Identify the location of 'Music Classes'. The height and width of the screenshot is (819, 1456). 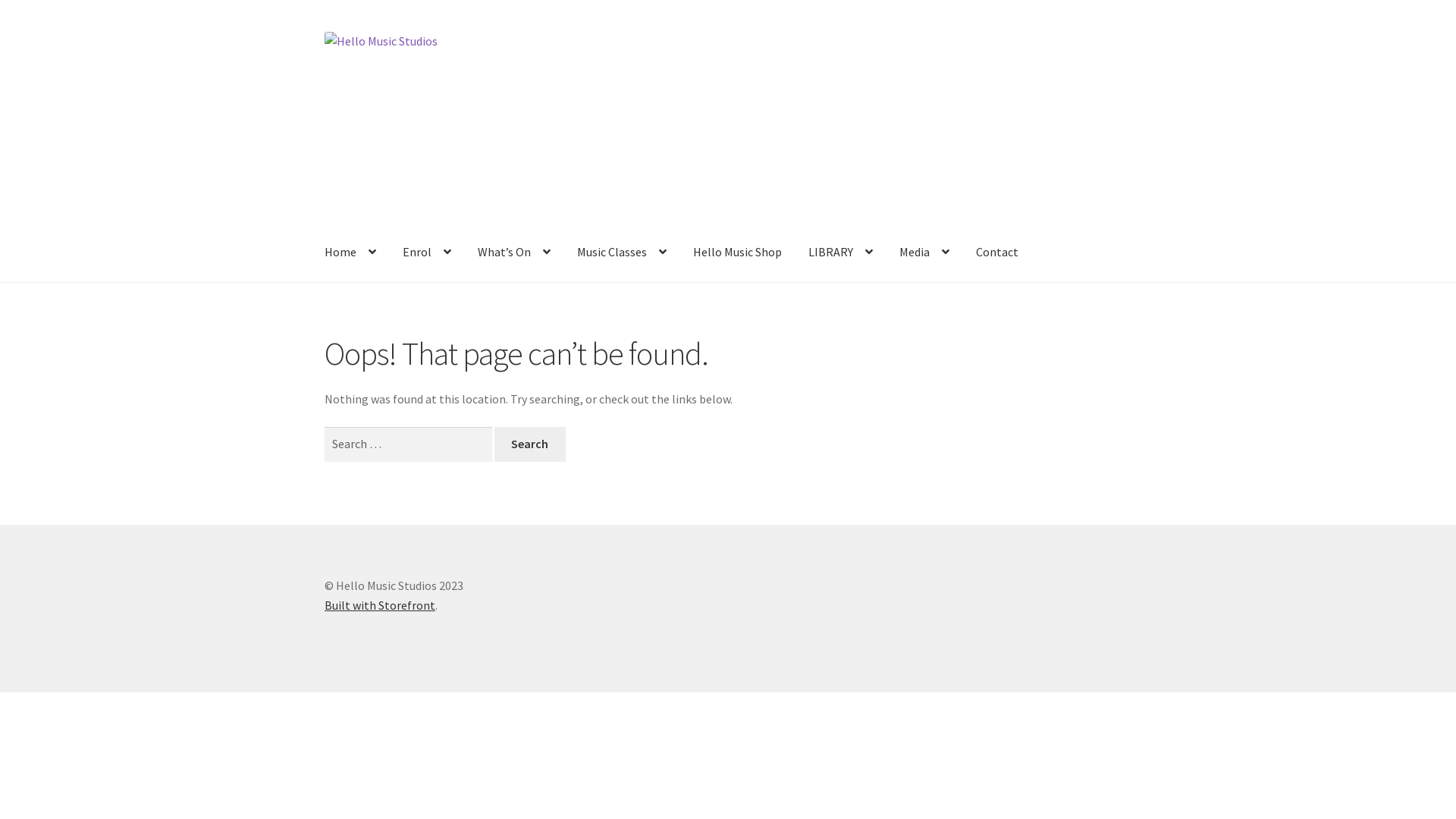
(563, 253).